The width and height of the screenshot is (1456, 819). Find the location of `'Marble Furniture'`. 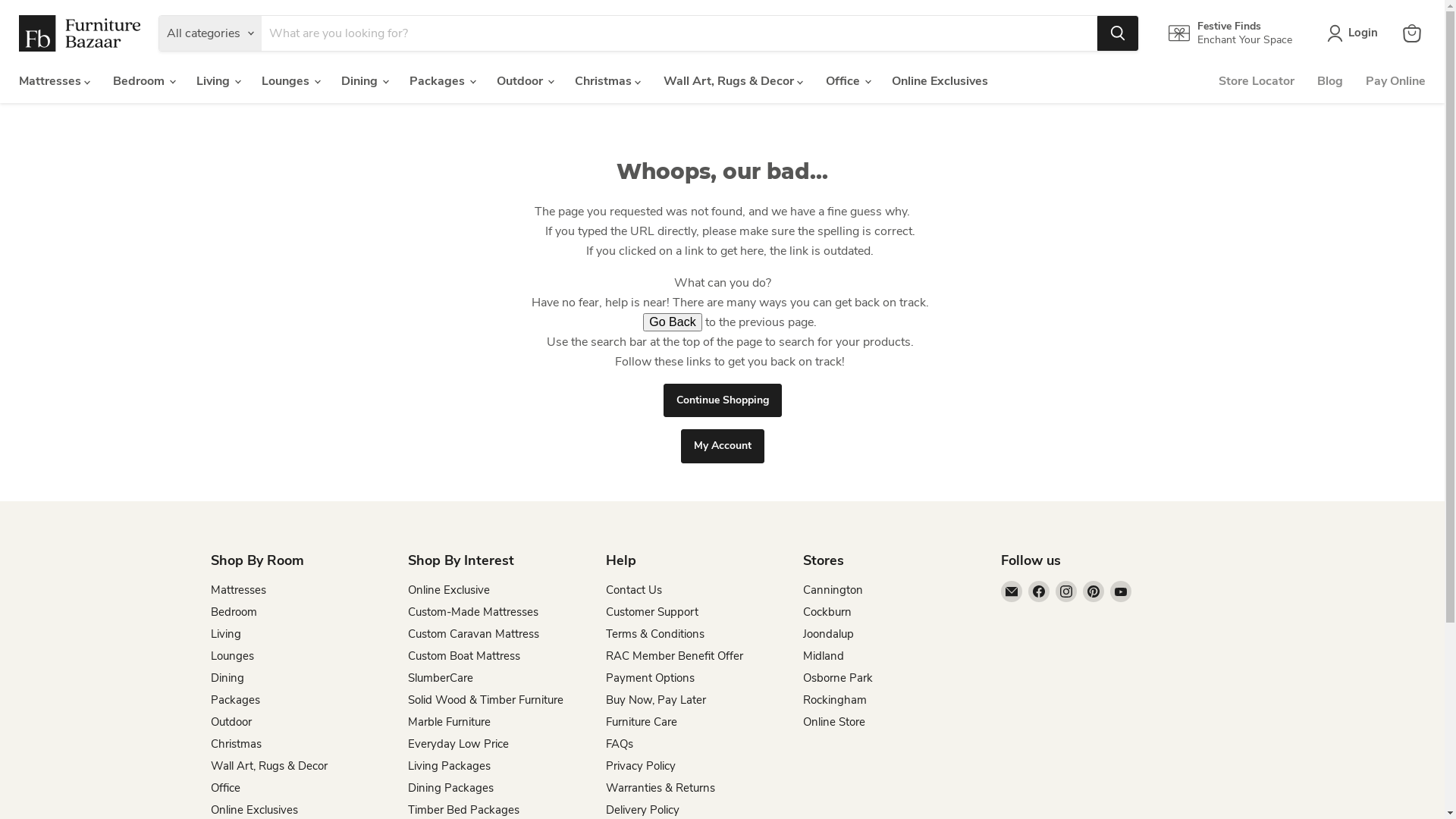

'Marble Furniture' is located at coordinates (448, 721).